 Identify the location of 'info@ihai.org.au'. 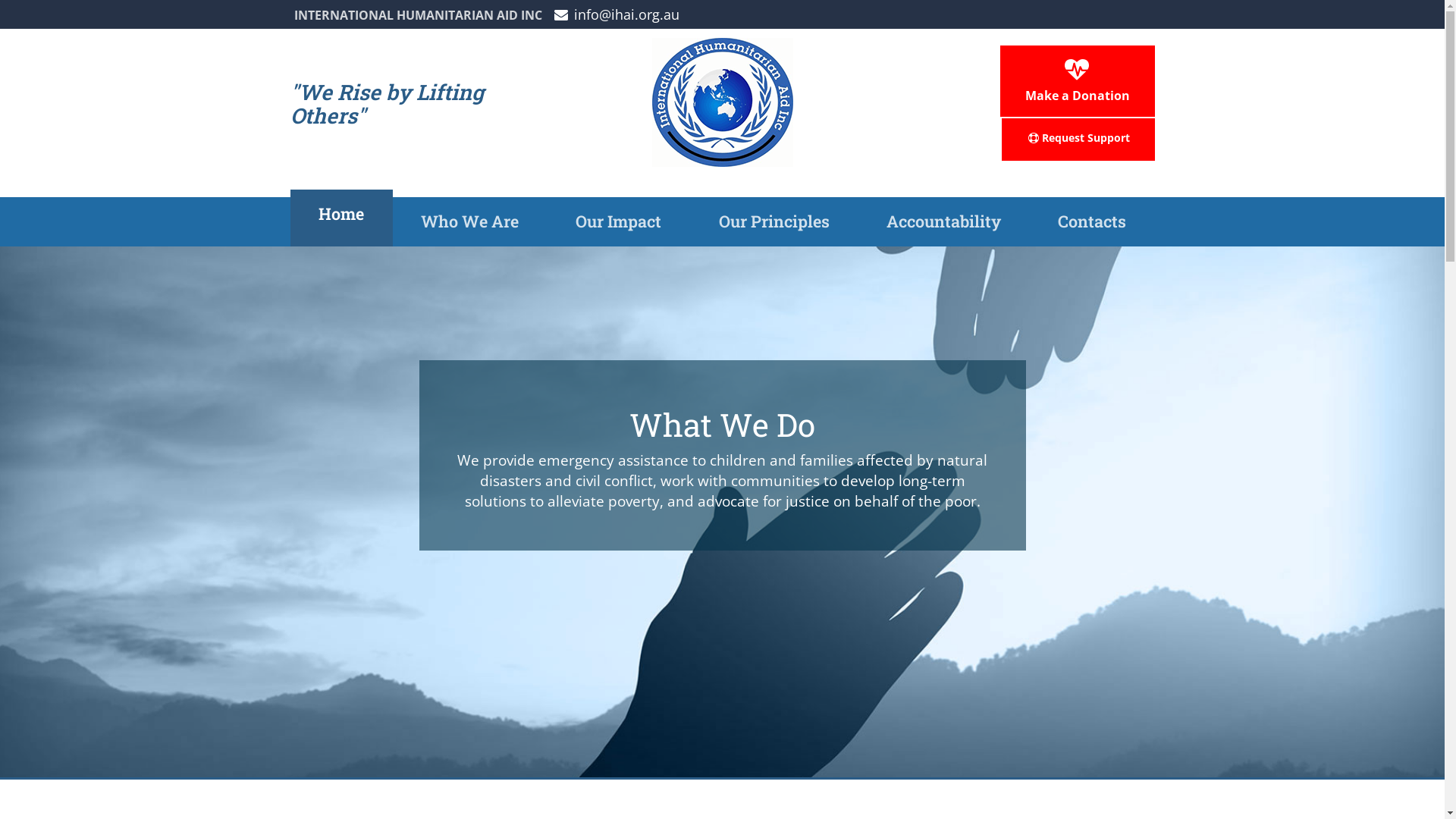
(615, 14).